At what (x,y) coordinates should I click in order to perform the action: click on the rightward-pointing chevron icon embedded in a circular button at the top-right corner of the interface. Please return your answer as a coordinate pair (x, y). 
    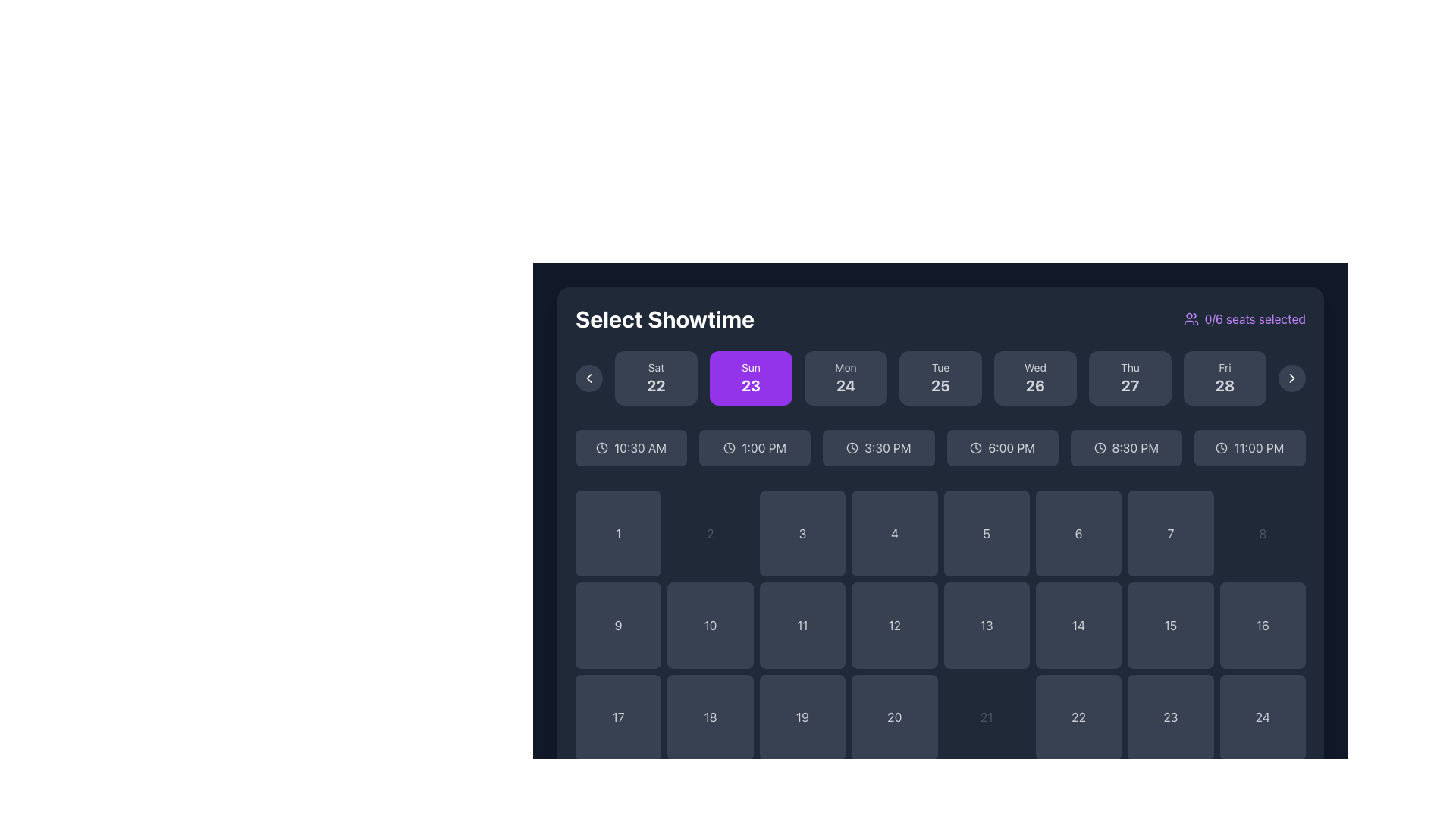
    Looking at the image, I should click on (1291, 377).